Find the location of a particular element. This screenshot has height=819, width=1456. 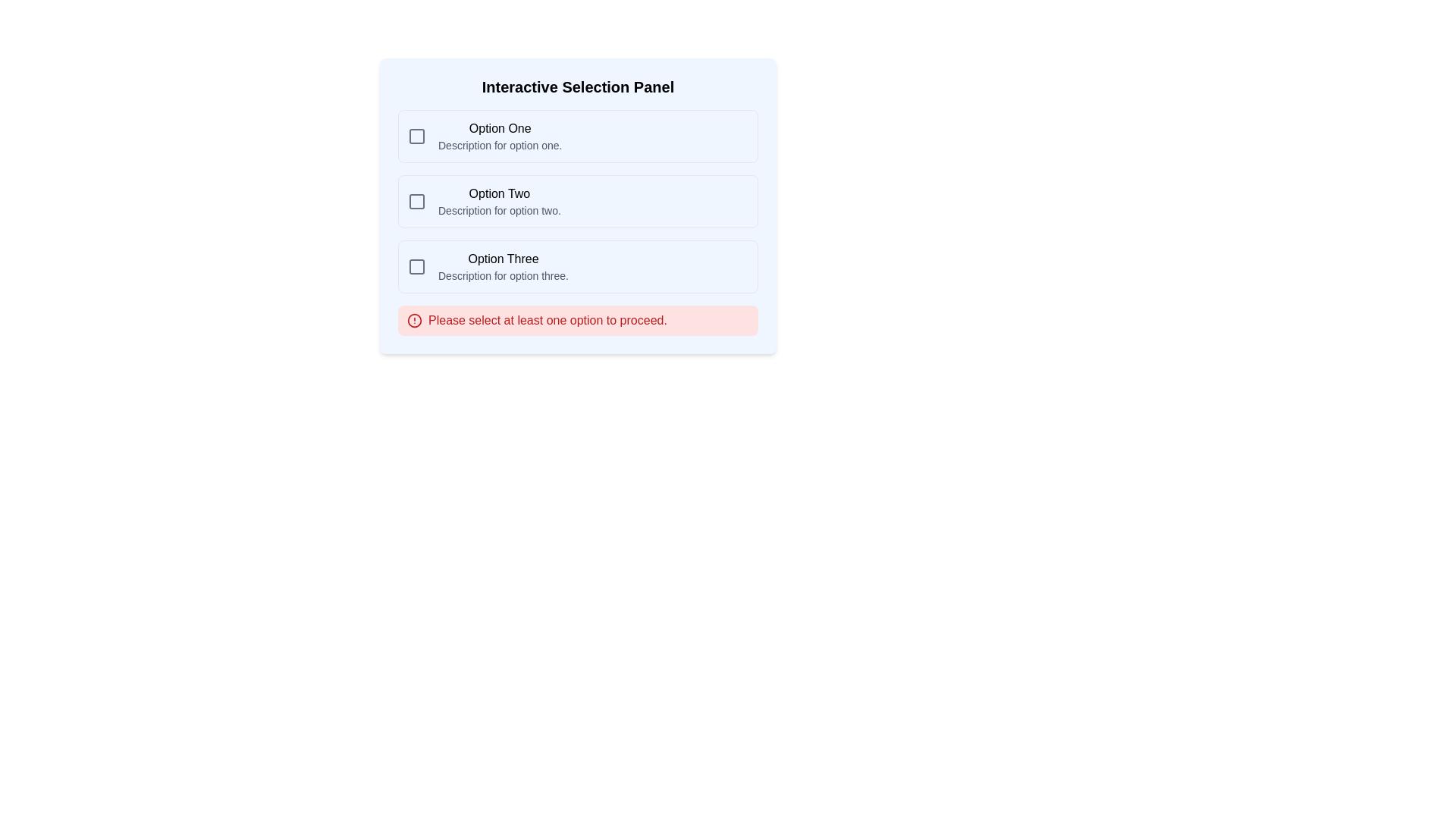

text from the text label displaying 'Option Two' with the description 'Description for option two.' is located at coordinates (499, 201).